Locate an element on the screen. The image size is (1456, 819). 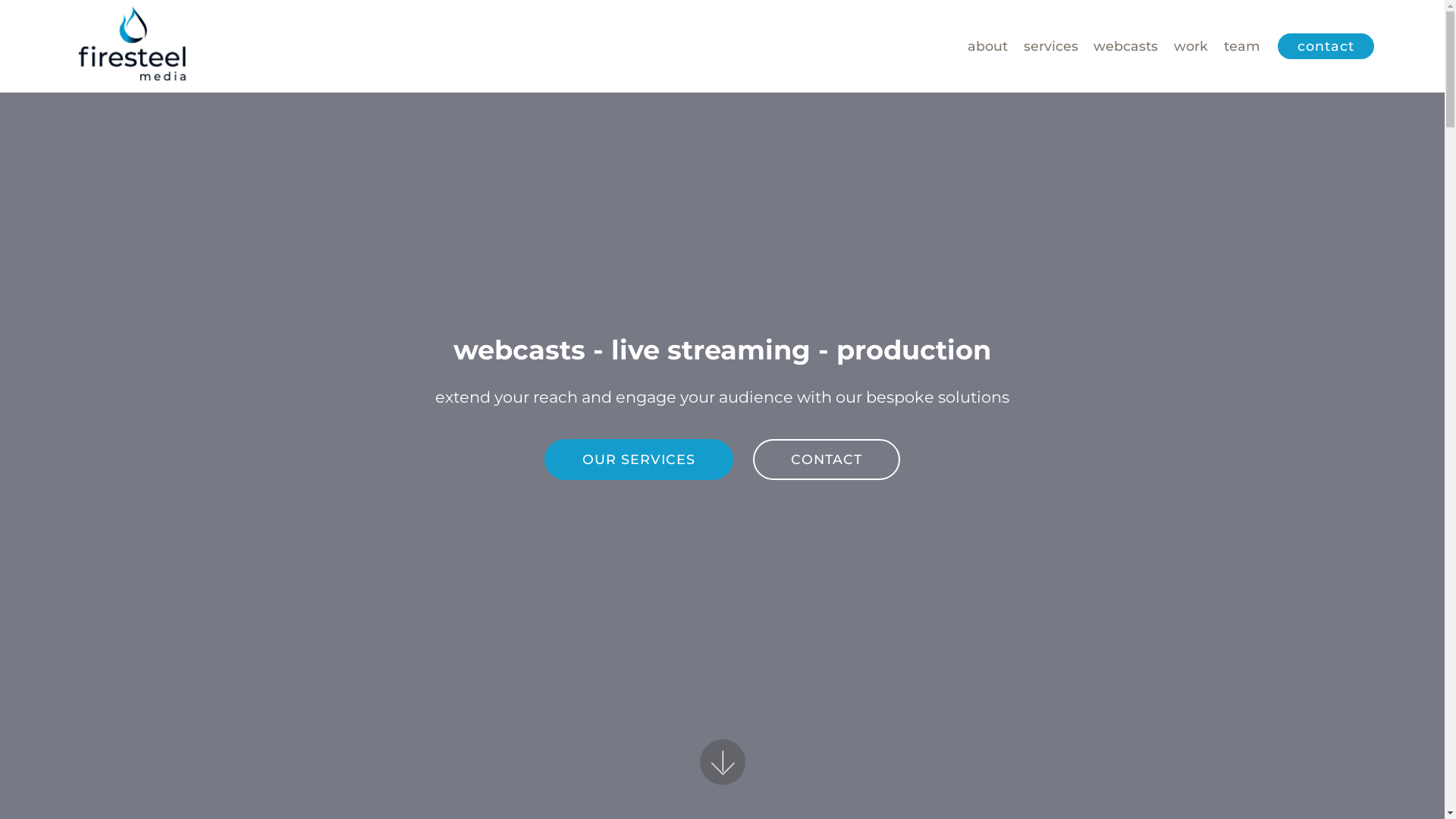
'work' is located at coordinates (1190, 45).